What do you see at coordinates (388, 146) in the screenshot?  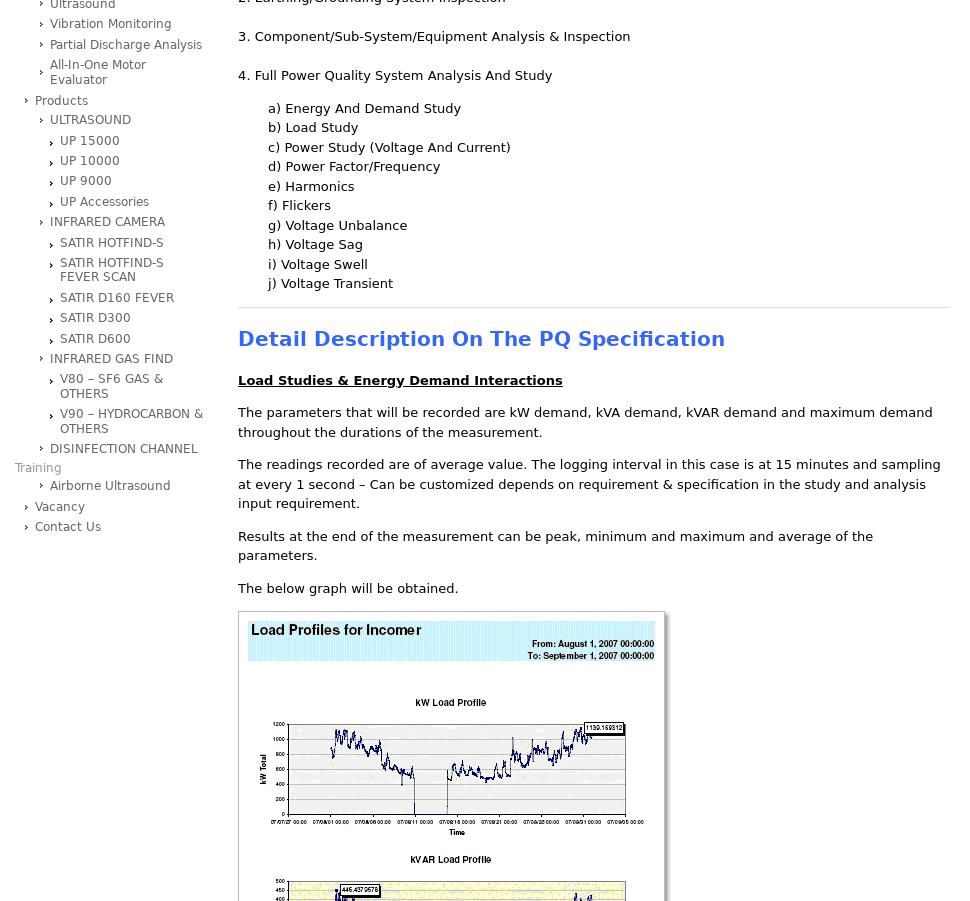 I see `'c) Power Study (Voltage And Current)'` at bounding box center [388, 146].